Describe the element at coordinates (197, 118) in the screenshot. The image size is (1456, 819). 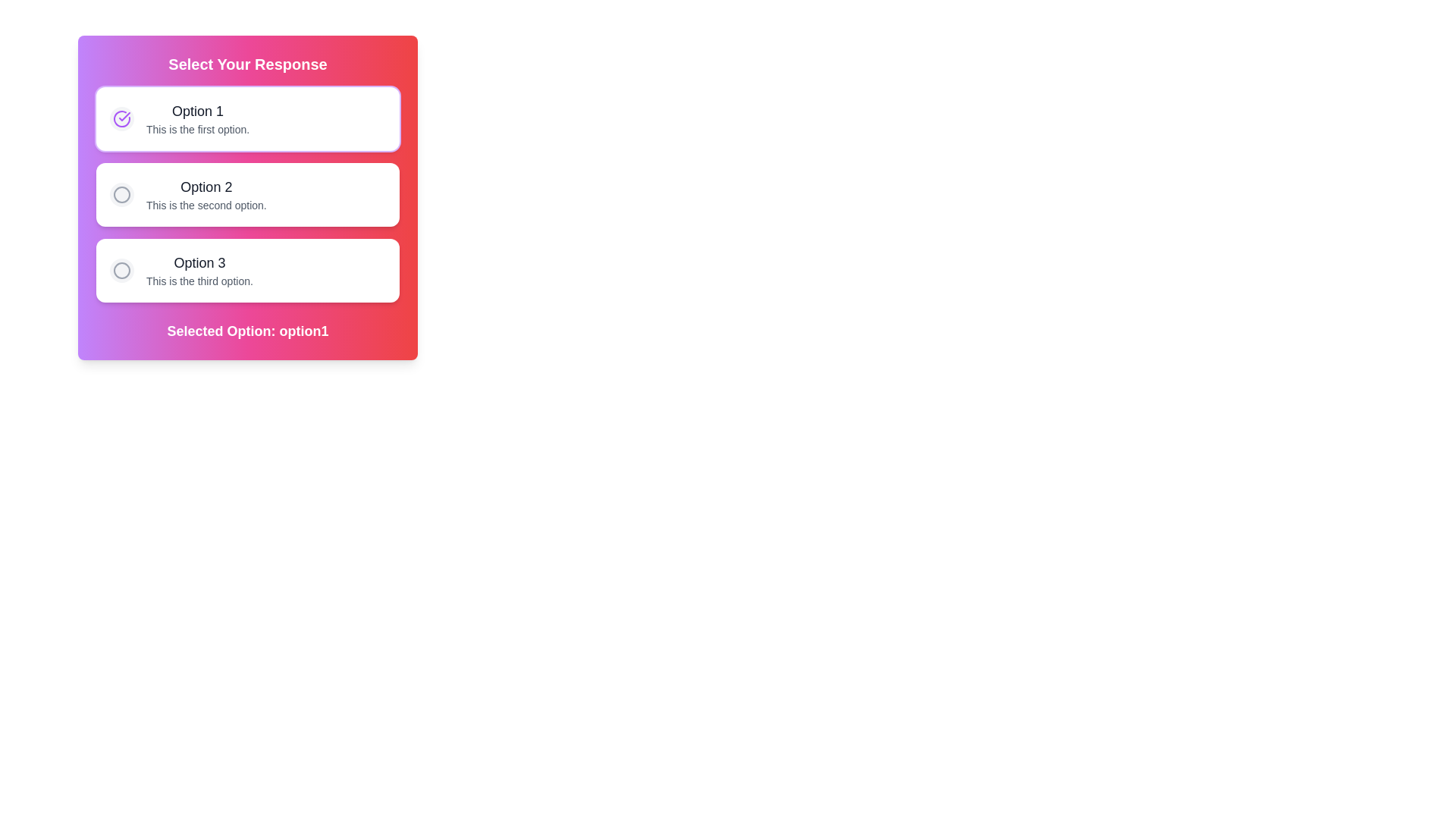
I see `the first option text description block that displays 'Option 1' in bold followed by 'This is the first option.'` at that location.